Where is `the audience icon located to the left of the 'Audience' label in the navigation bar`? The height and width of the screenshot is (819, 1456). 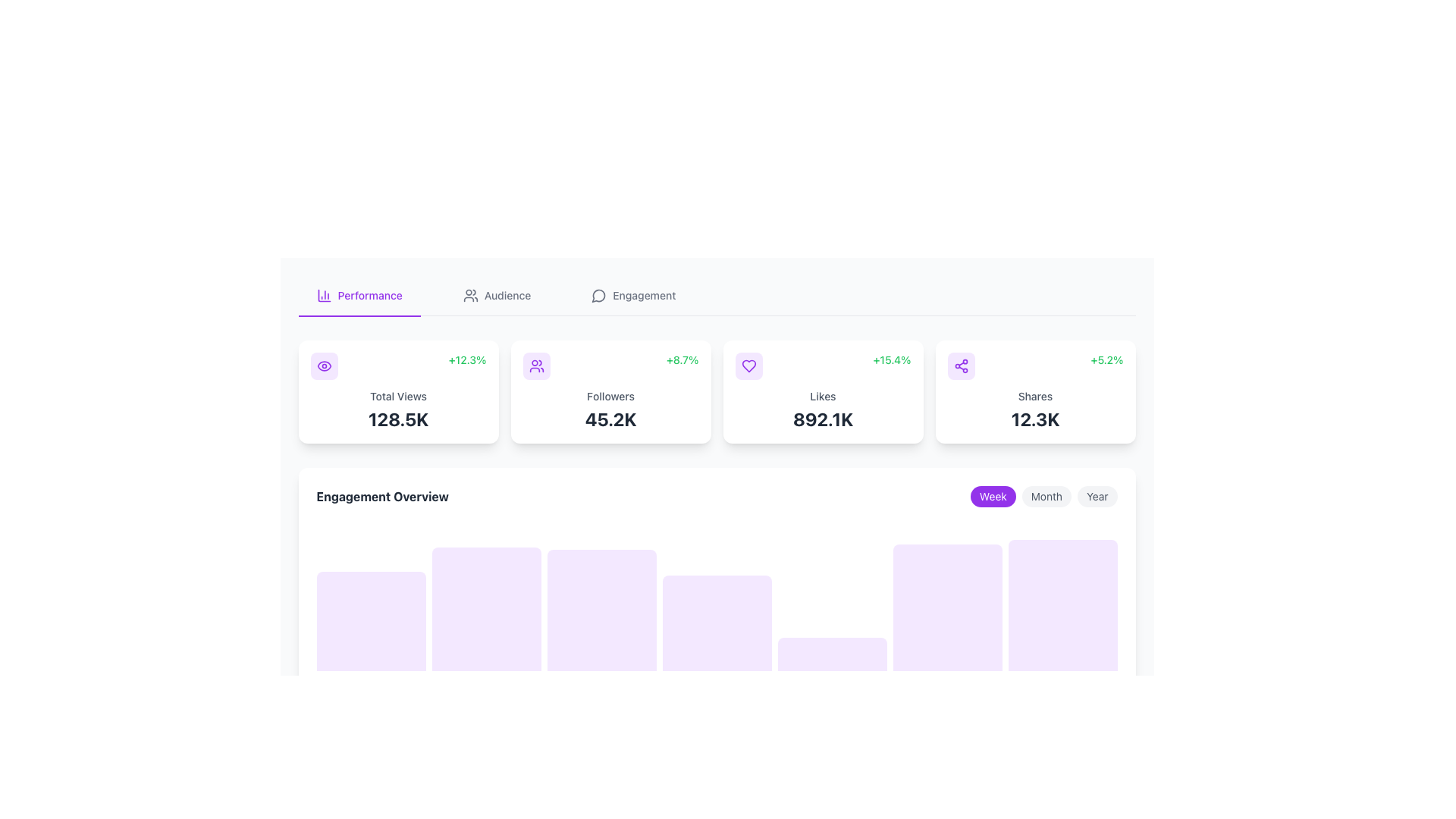
the audience icon located to the left of the 'Audience' label in the navigation bar is located at coordinates (469, 295).